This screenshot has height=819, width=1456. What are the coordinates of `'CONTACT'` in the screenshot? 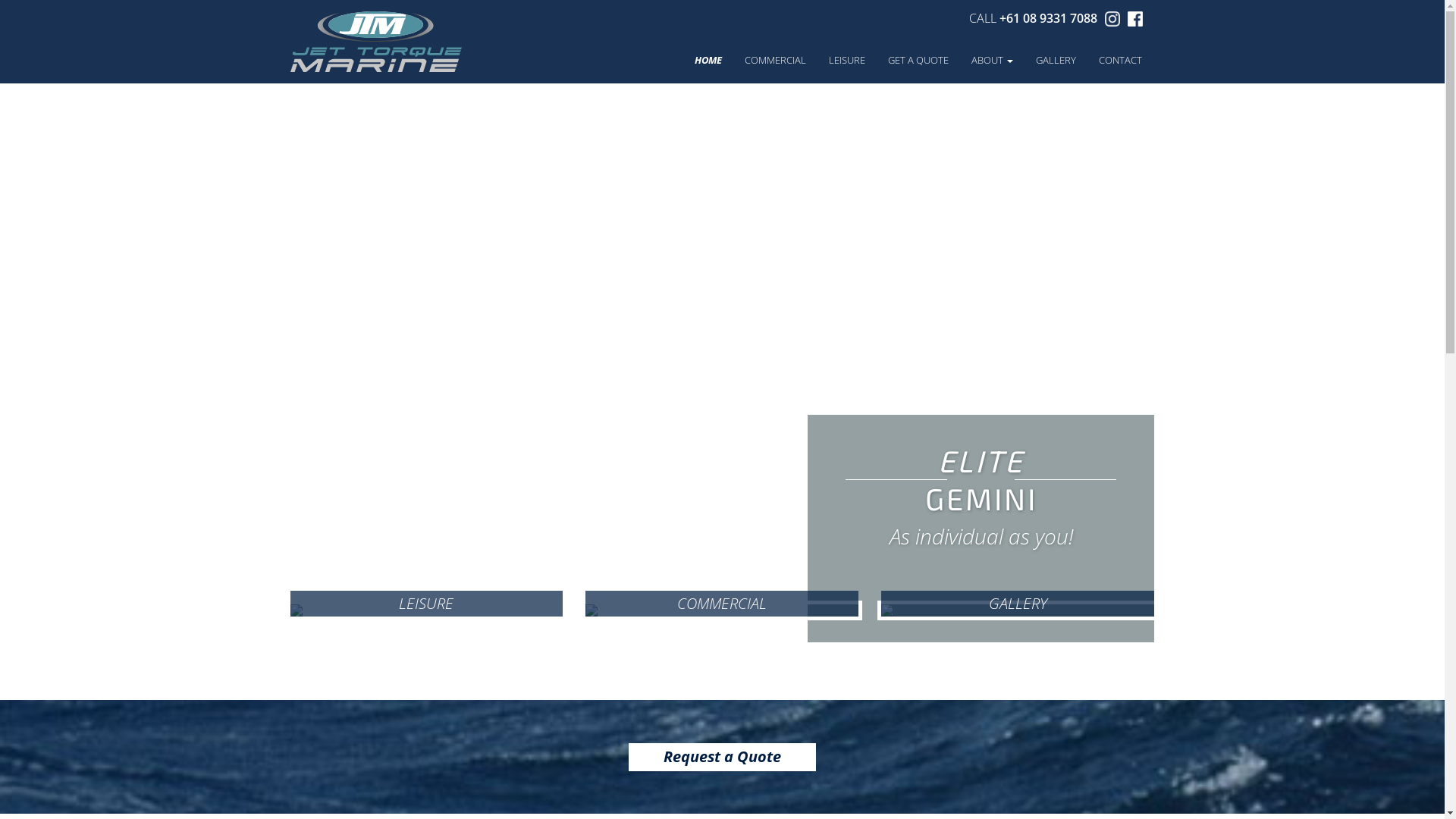 It's located at (1087, 66).